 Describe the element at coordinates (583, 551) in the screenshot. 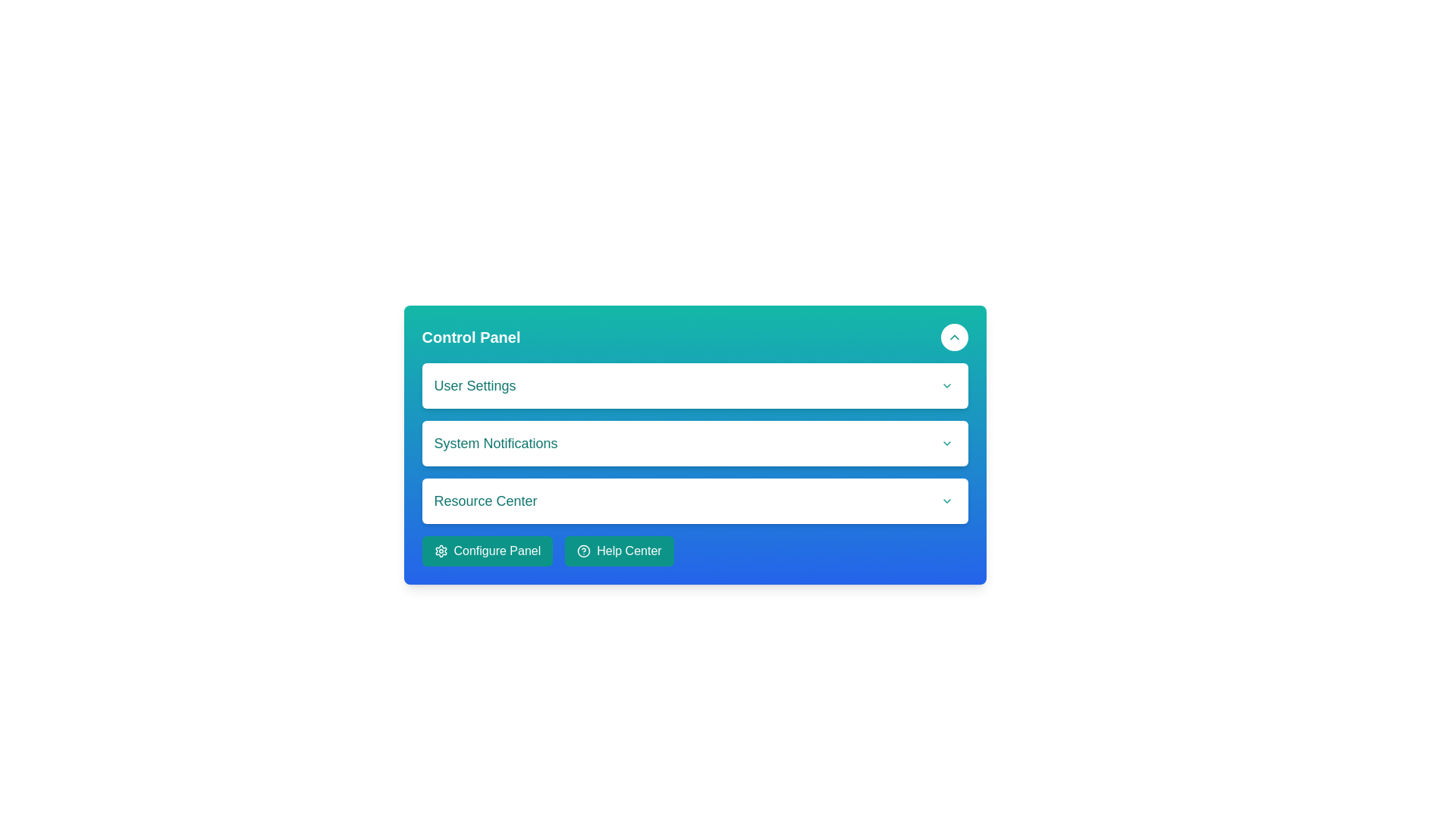

I see `the help icon (question mark inside a circle) located to the left of the 'Help Center' text` at that location.